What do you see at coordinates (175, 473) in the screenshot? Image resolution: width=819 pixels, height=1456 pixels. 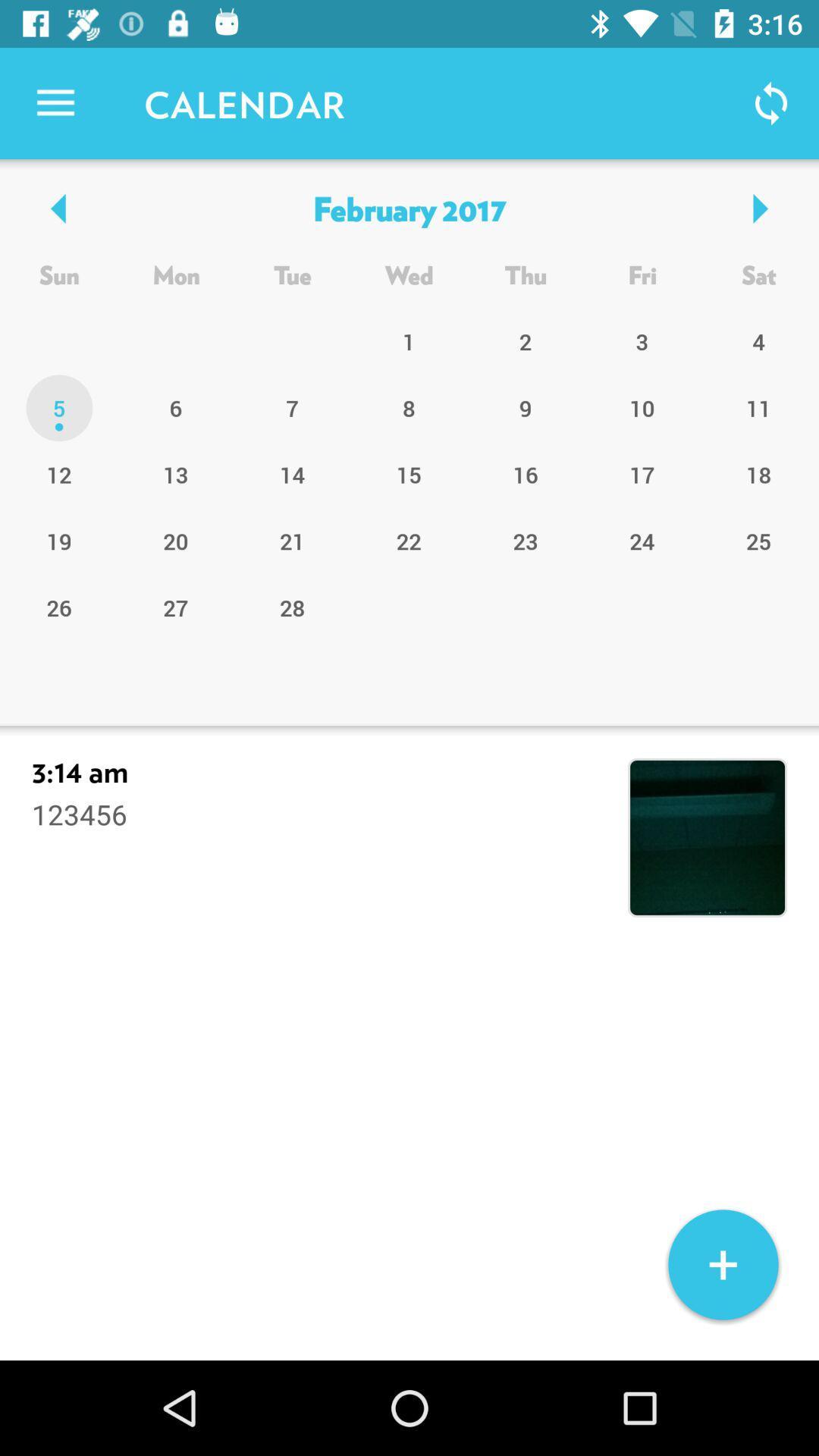 I see `the icon to the right of 5` at bounding box center [175, 473].